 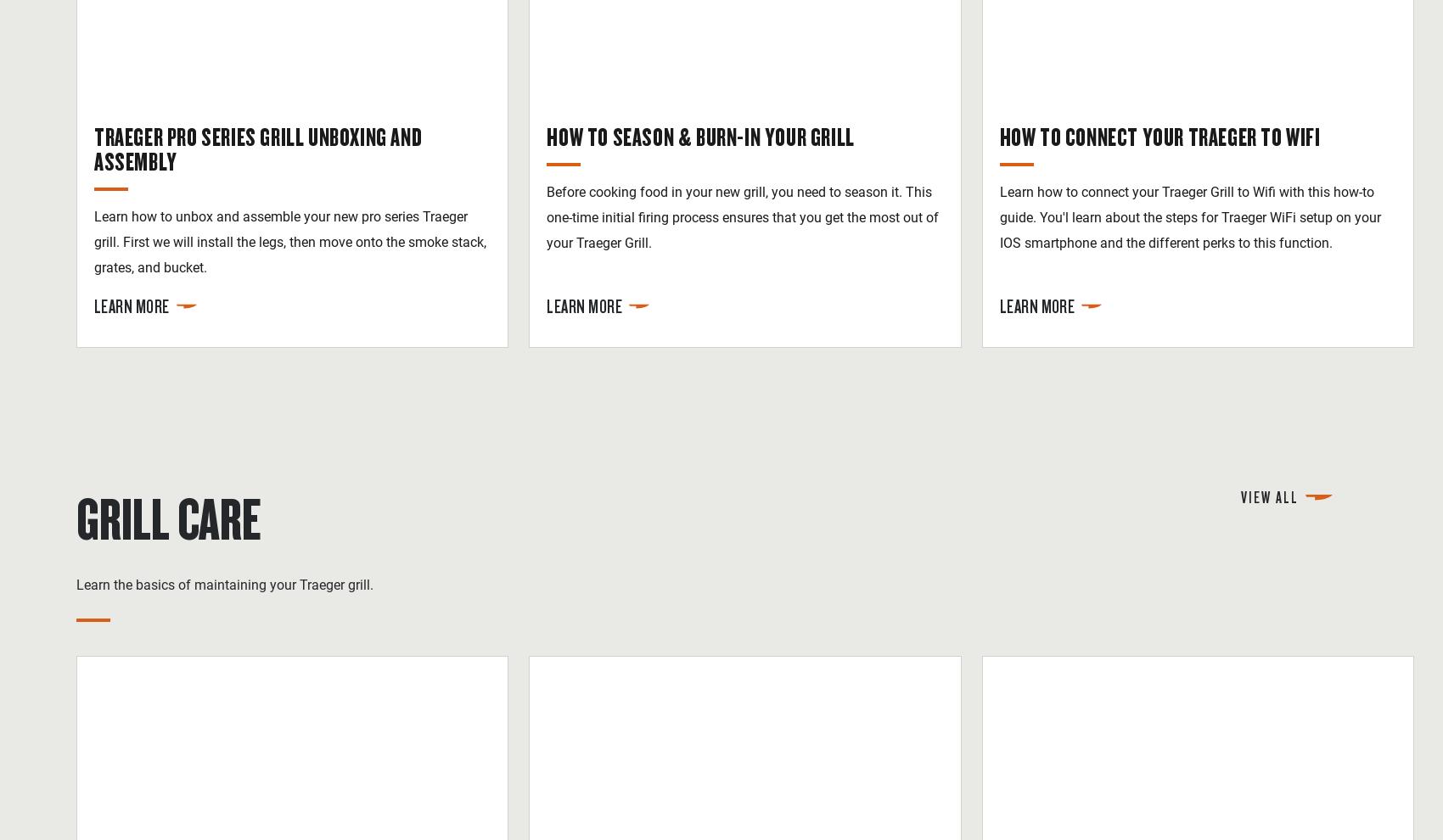 What do you see at coordinates (1240, 496) in the screenshot?
I see `'View All'` at bounding box center [1240, 496].